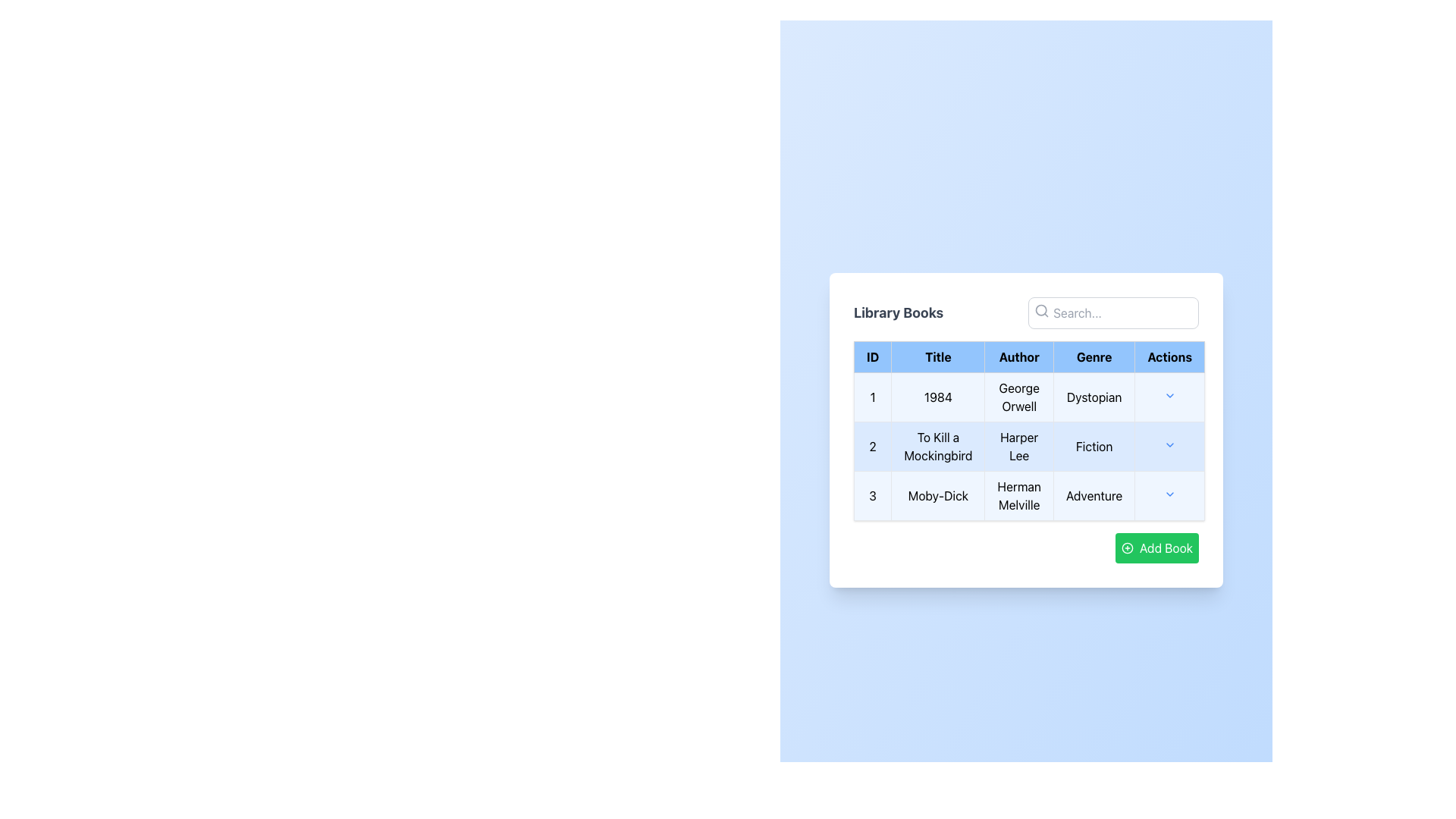 The width and height of the screenshot is (1456, 819). I want to click on the static text display for the author of the book 'Moby-Dick', which is located in the third cell under the 'Author' column of the data table, so click(1019, 495).